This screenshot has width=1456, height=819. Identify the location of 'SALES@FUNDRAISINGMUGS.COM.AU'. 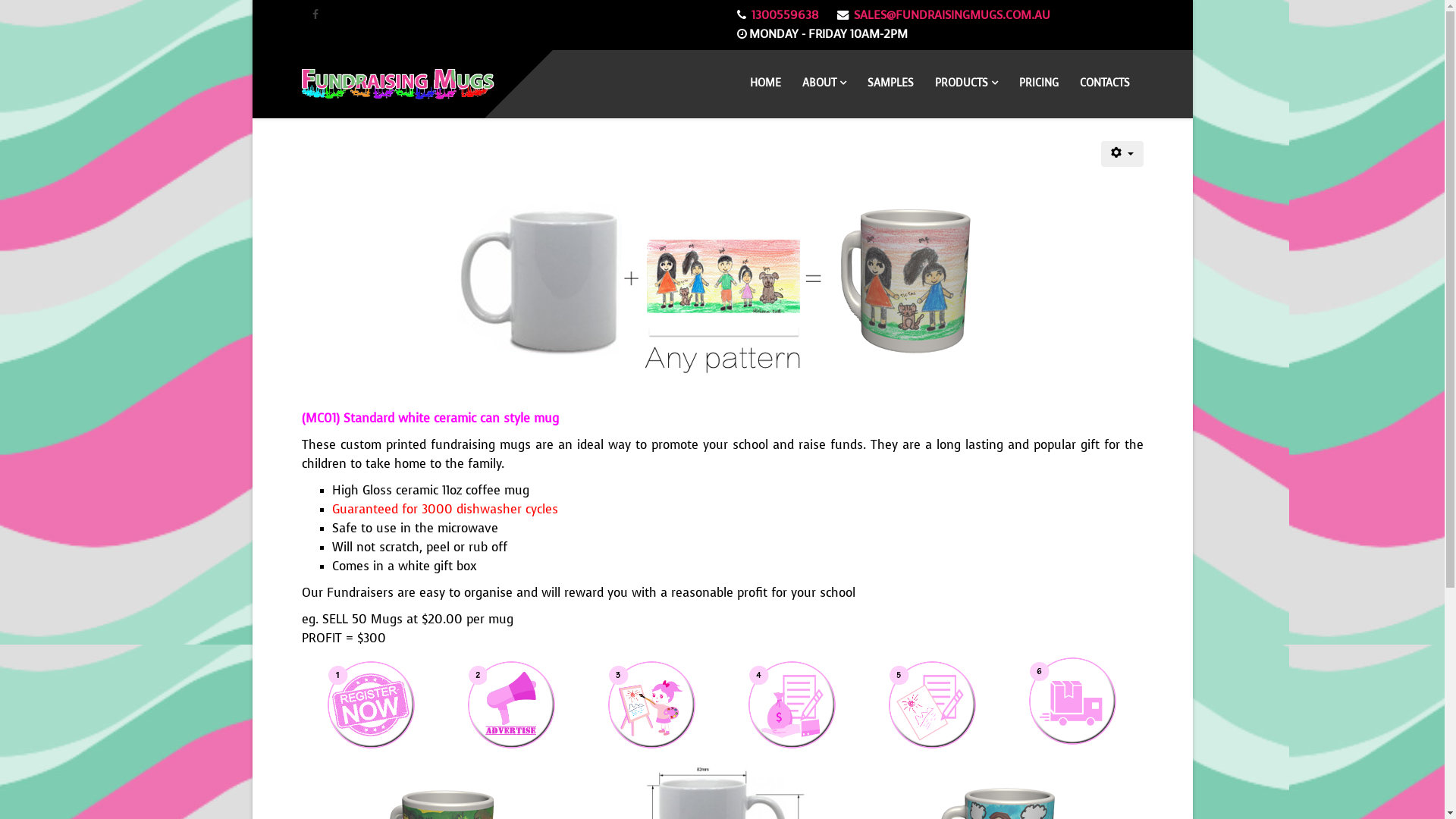
(951, 14).